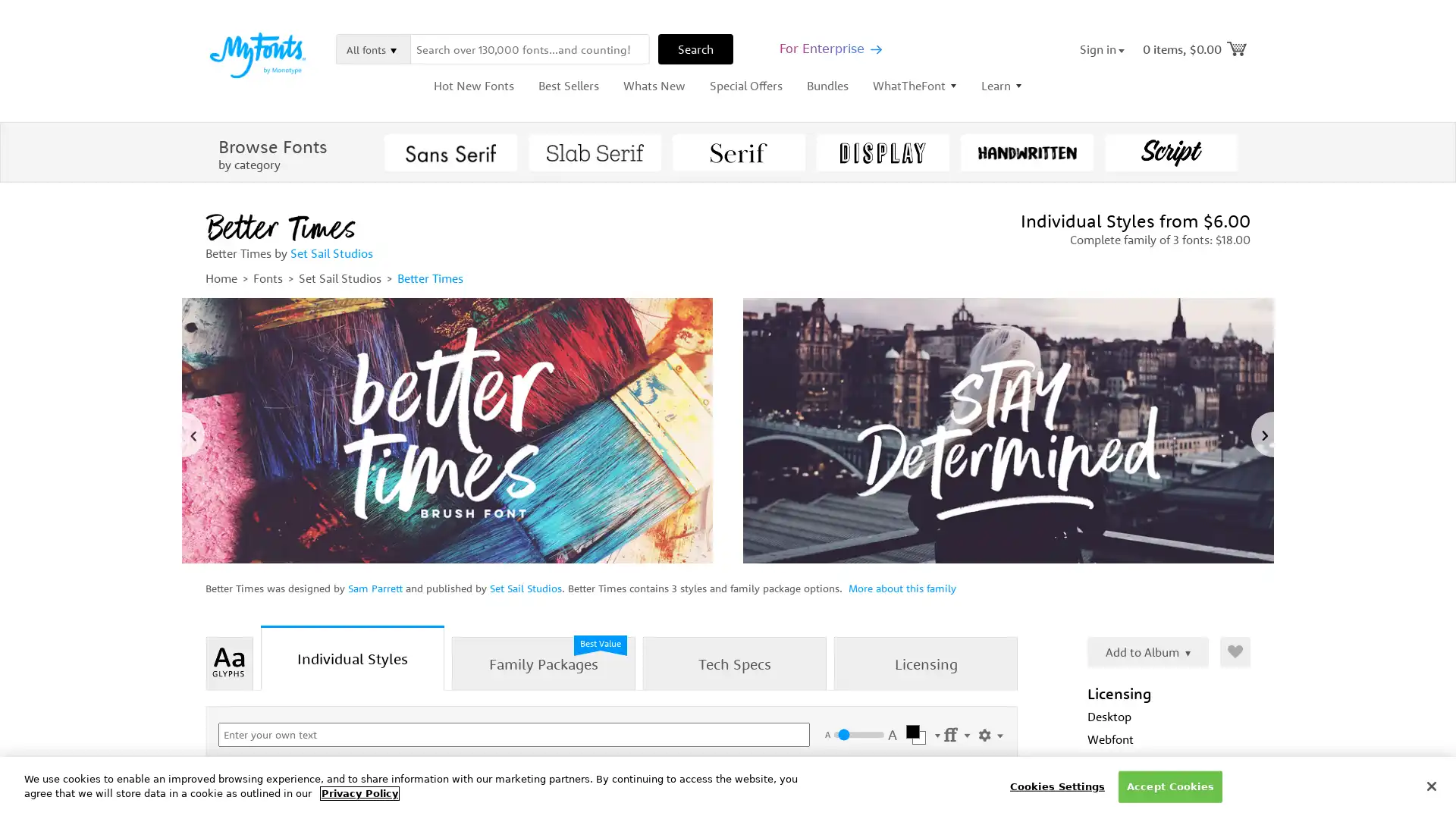  Describe the element at coordinates (1147, 651) in the screenshot. I see `Add to Album` at that location.